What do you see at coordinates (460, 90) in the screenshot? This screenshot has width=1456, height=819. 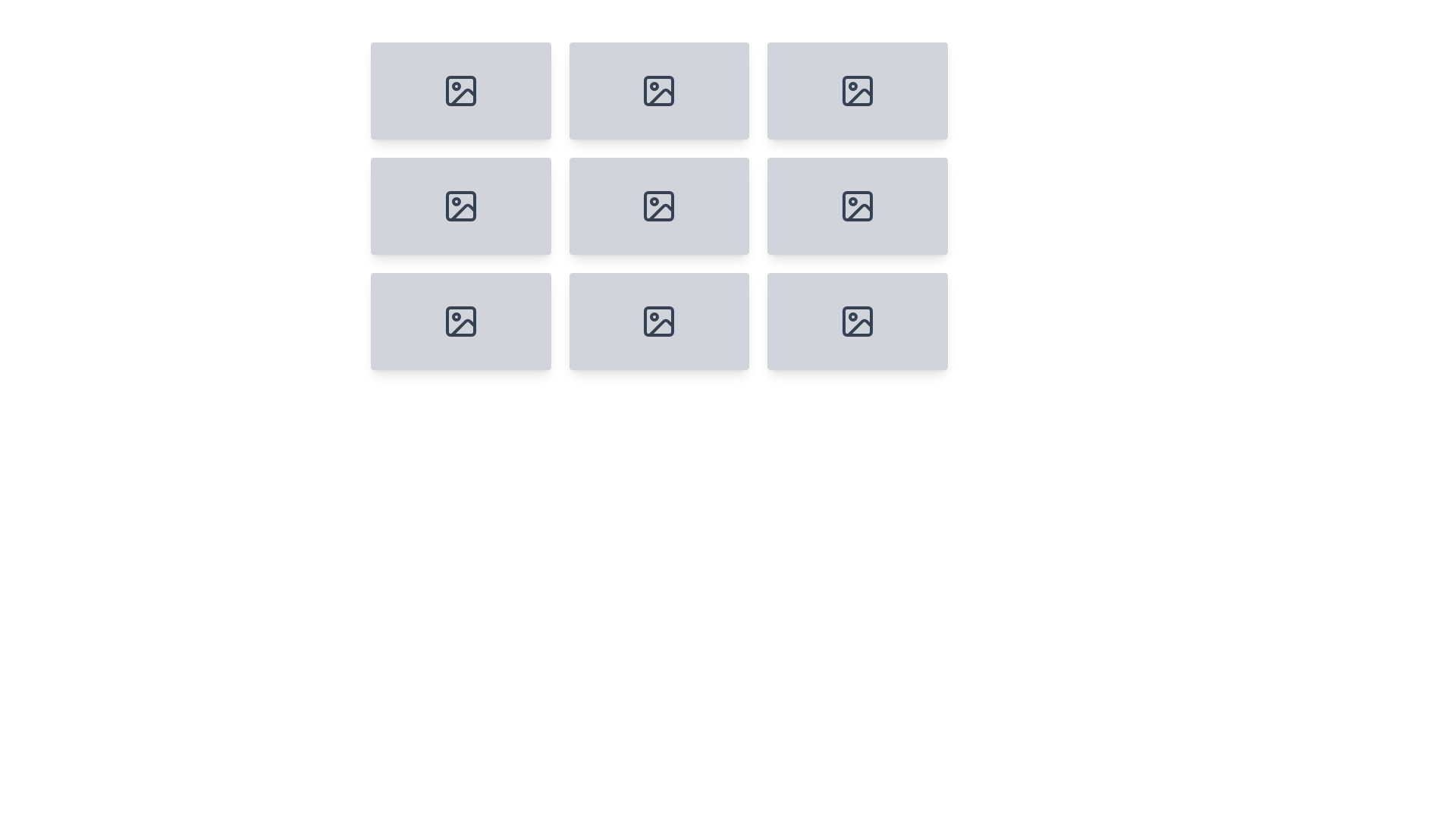 I see `the rectangle graphic located in the top-left grid cell of a 3x3 layout, which serves as a background or visual element for the icon` at bounding box center [460, 90].